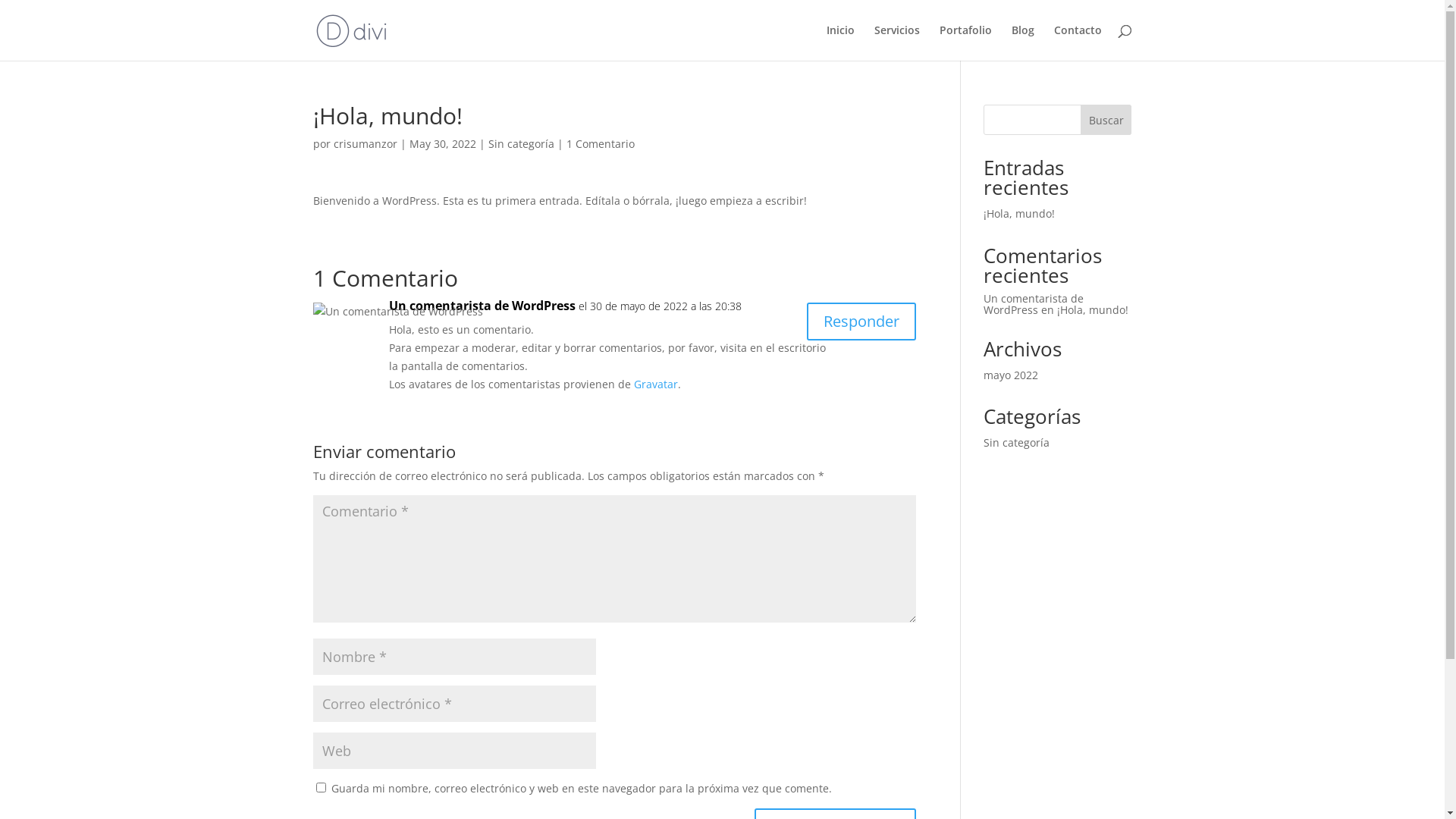  Describe the element at coordinates (365, 143) in the screenshot. I see `'crisumanzor'` at that location.